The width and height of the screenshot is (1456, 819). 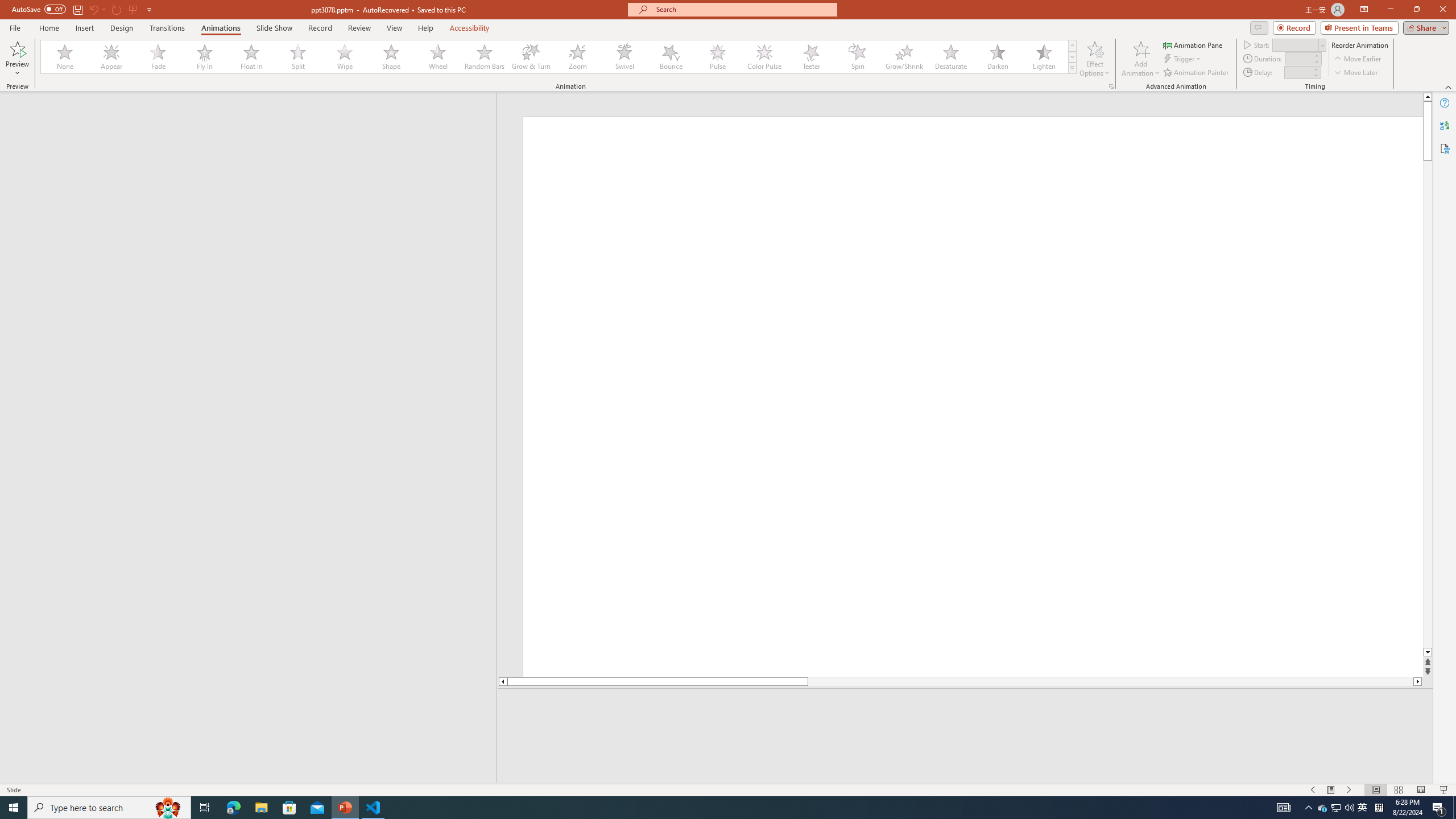 I want to click on 'Wheel', so click(x=438, y=56).